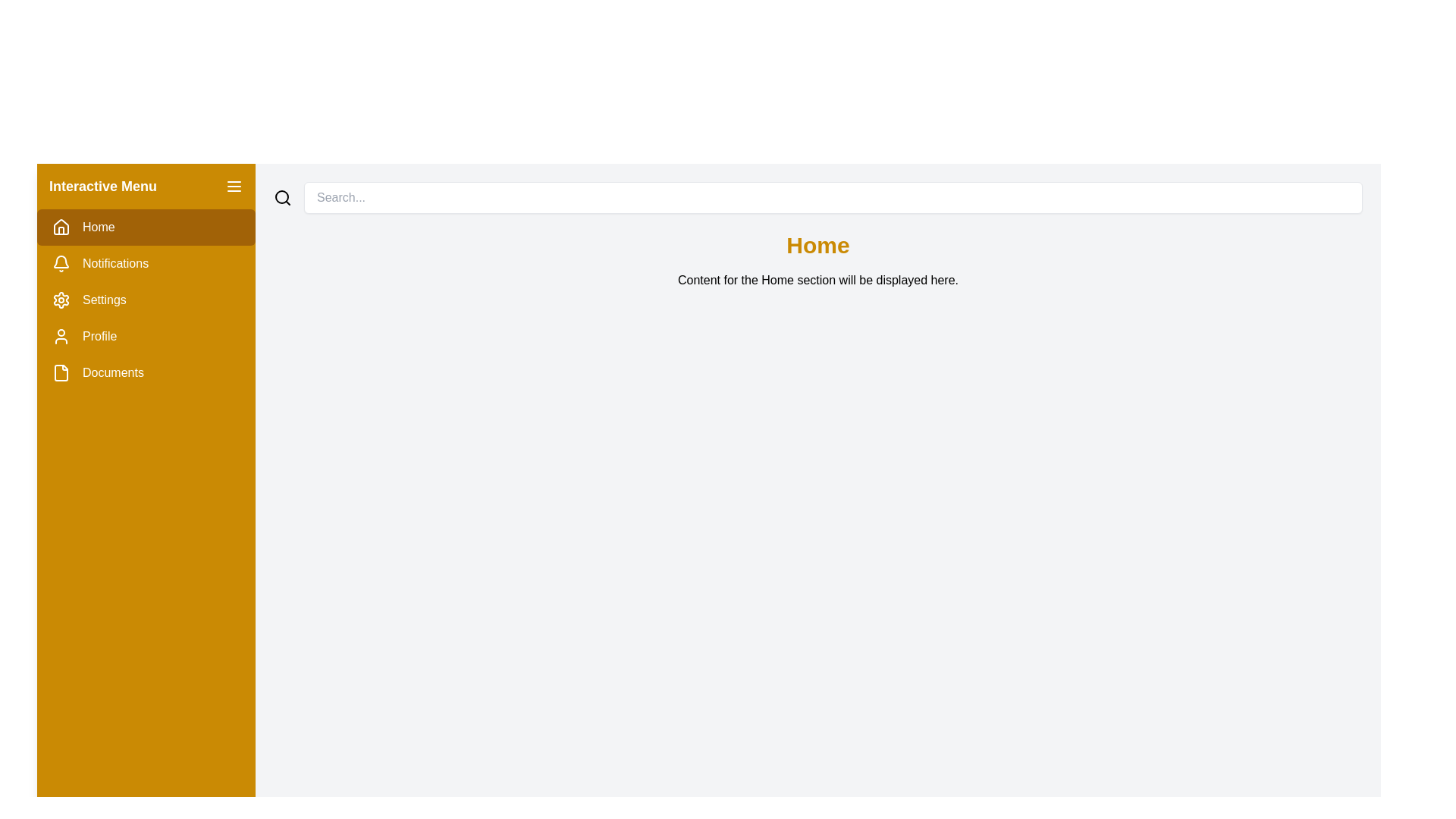 Image resolution: width=1456 pixels, height=819 pixels. I want to click on the 'Interactive Menu' header section in the left sidebar, so click(146, 186).